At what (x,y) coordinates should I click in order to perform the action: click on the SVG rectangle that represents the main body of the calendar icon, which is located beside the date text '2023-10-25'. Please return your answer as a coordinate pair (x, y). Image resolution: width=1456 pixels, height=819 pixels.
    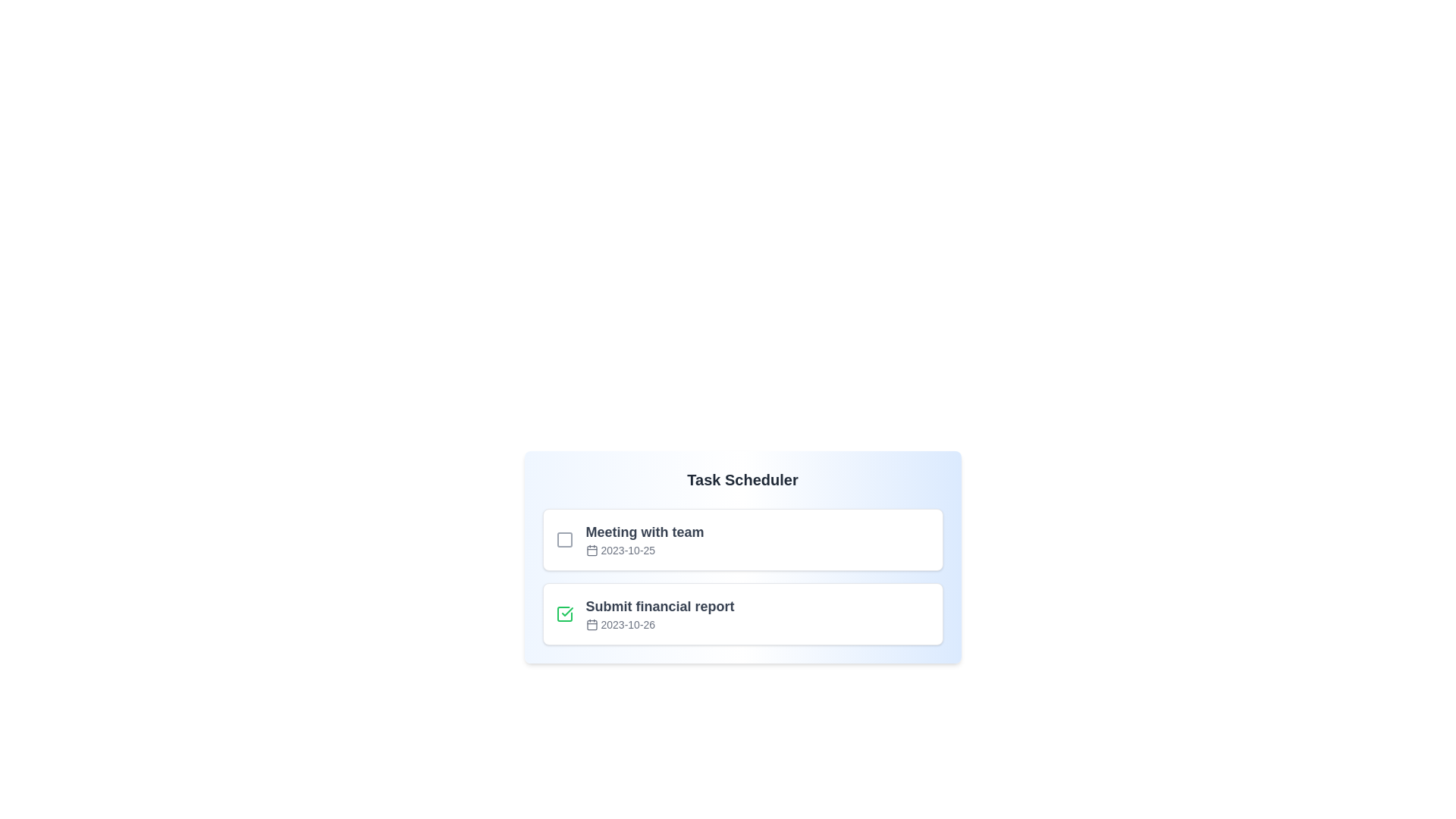
    Looking at the image, I should click on (591, 551).